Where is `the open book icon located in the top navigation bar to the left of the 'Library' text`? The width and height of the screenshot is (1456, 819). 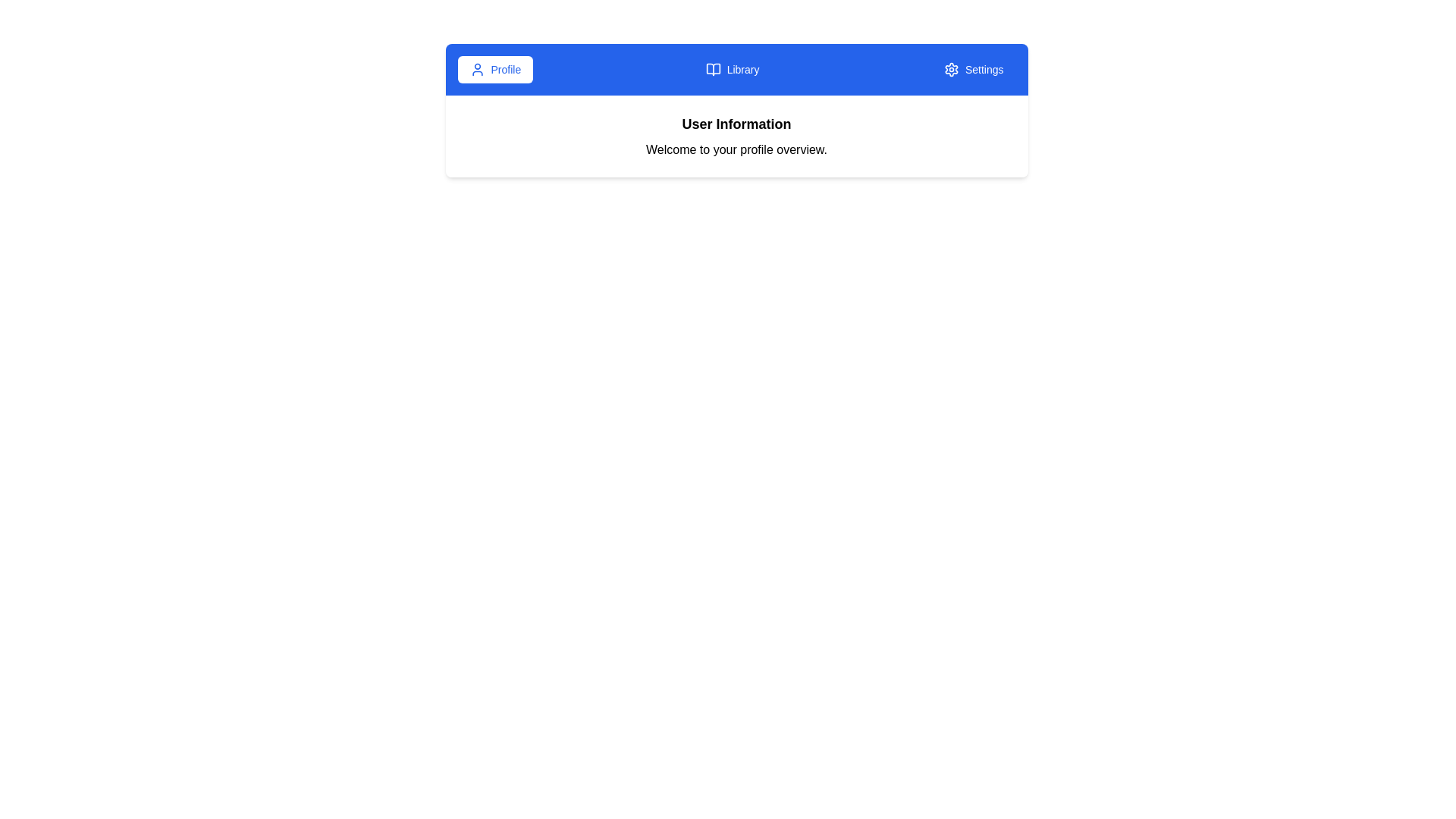 the open book icon located in the top navigation bar to the left of the 'Library' text is located at coordinates (712, 70).